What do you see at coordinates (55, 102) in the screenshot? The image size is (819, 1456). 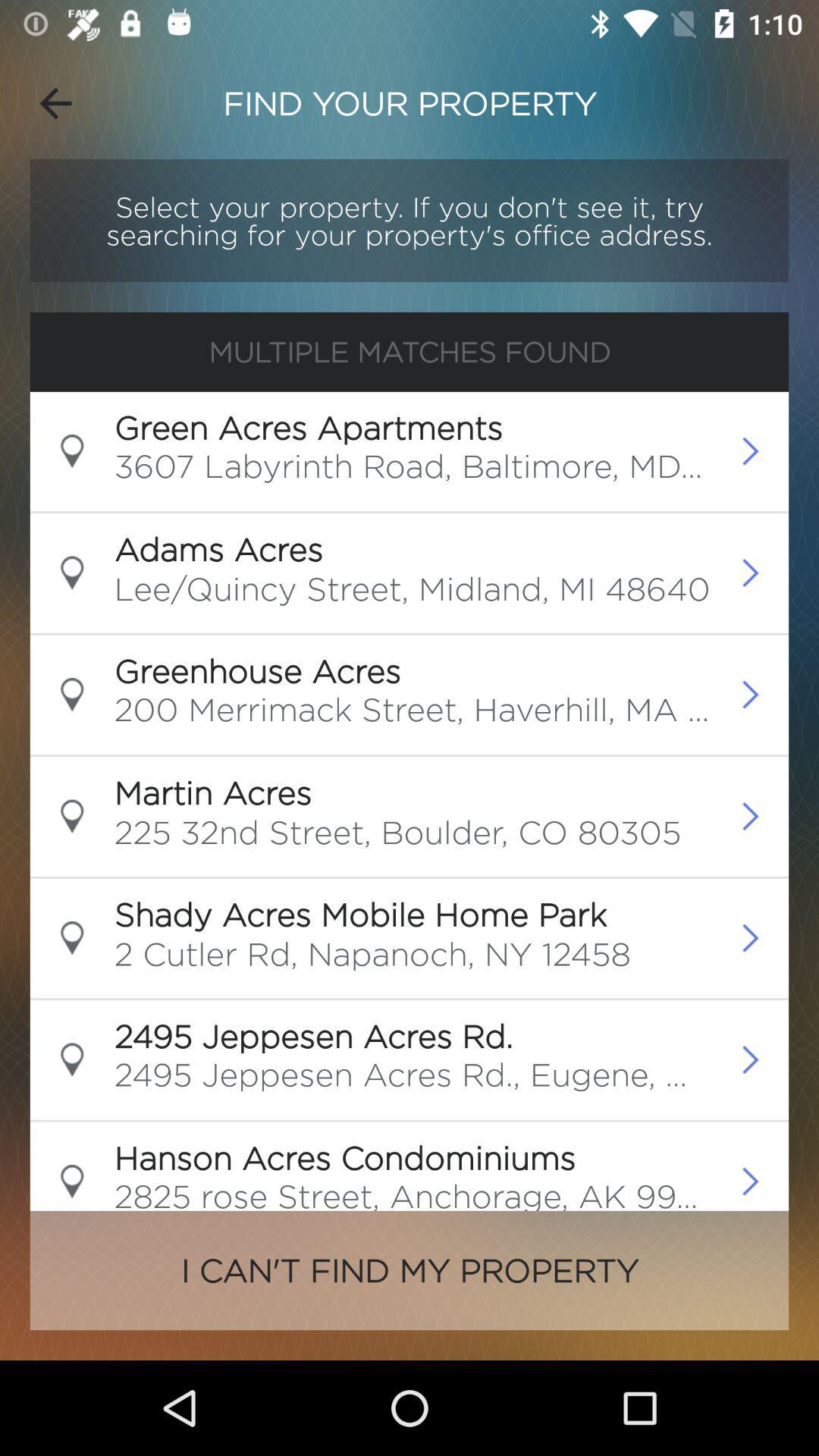 I see `the icon above the select your property icon` at bounding box center [55, 102].